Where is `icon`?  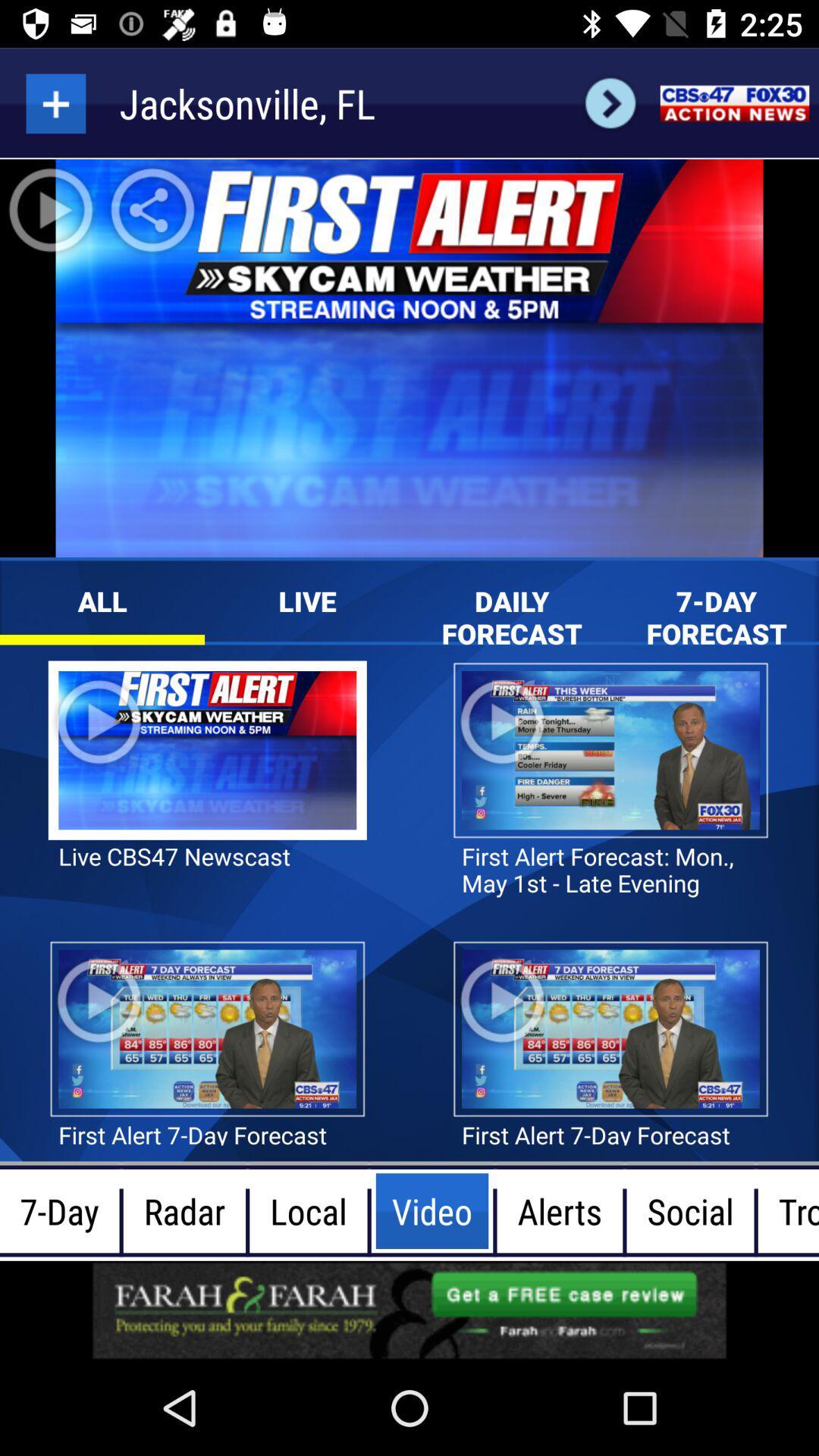
icon is located at coordinates (55, 102).